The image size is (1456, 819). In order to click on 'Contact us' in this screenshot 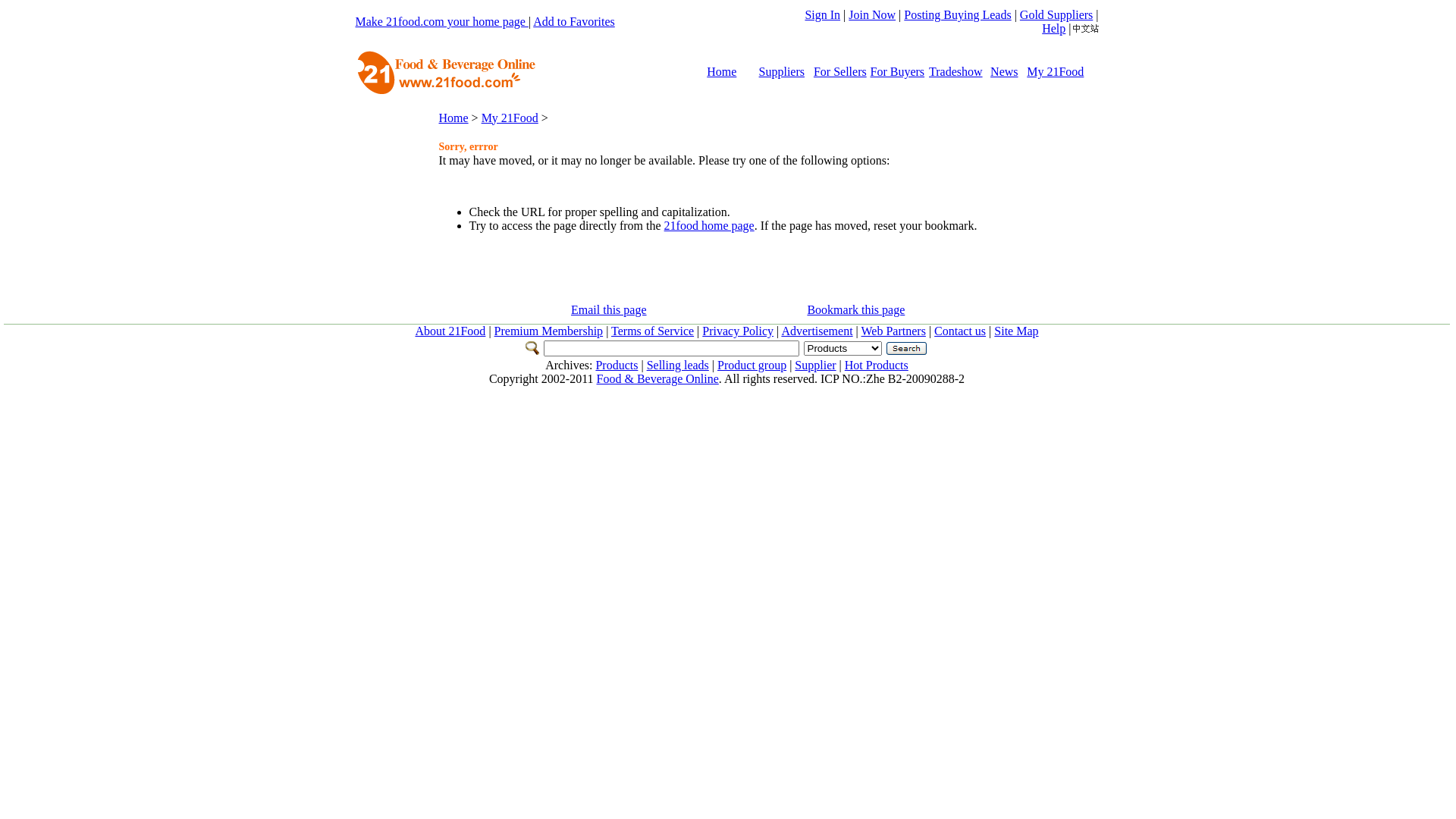, I will do `click(959, 330)`.